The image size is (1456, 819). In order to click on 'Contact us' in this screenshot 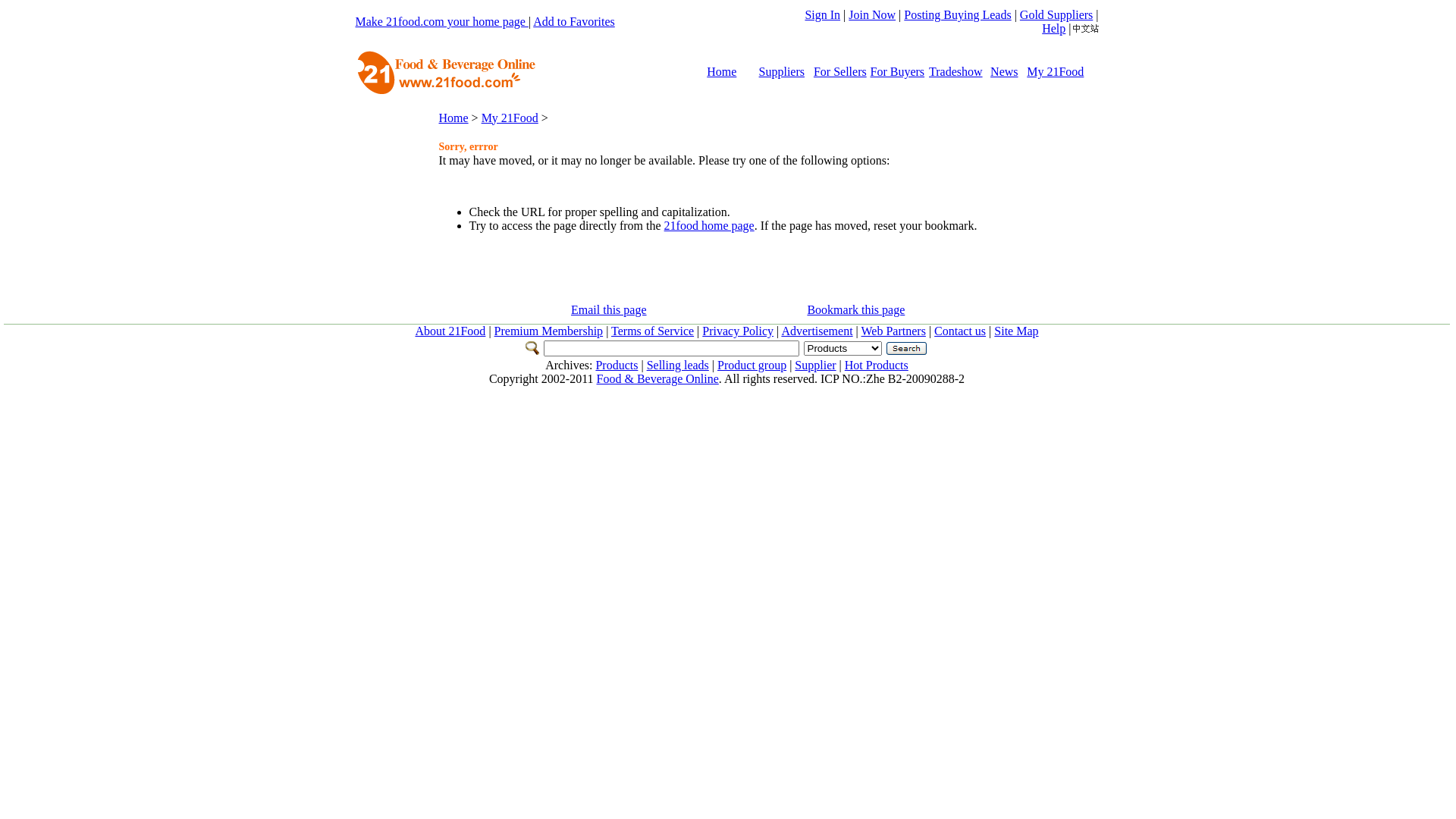, I will do `click(959, 330)`.